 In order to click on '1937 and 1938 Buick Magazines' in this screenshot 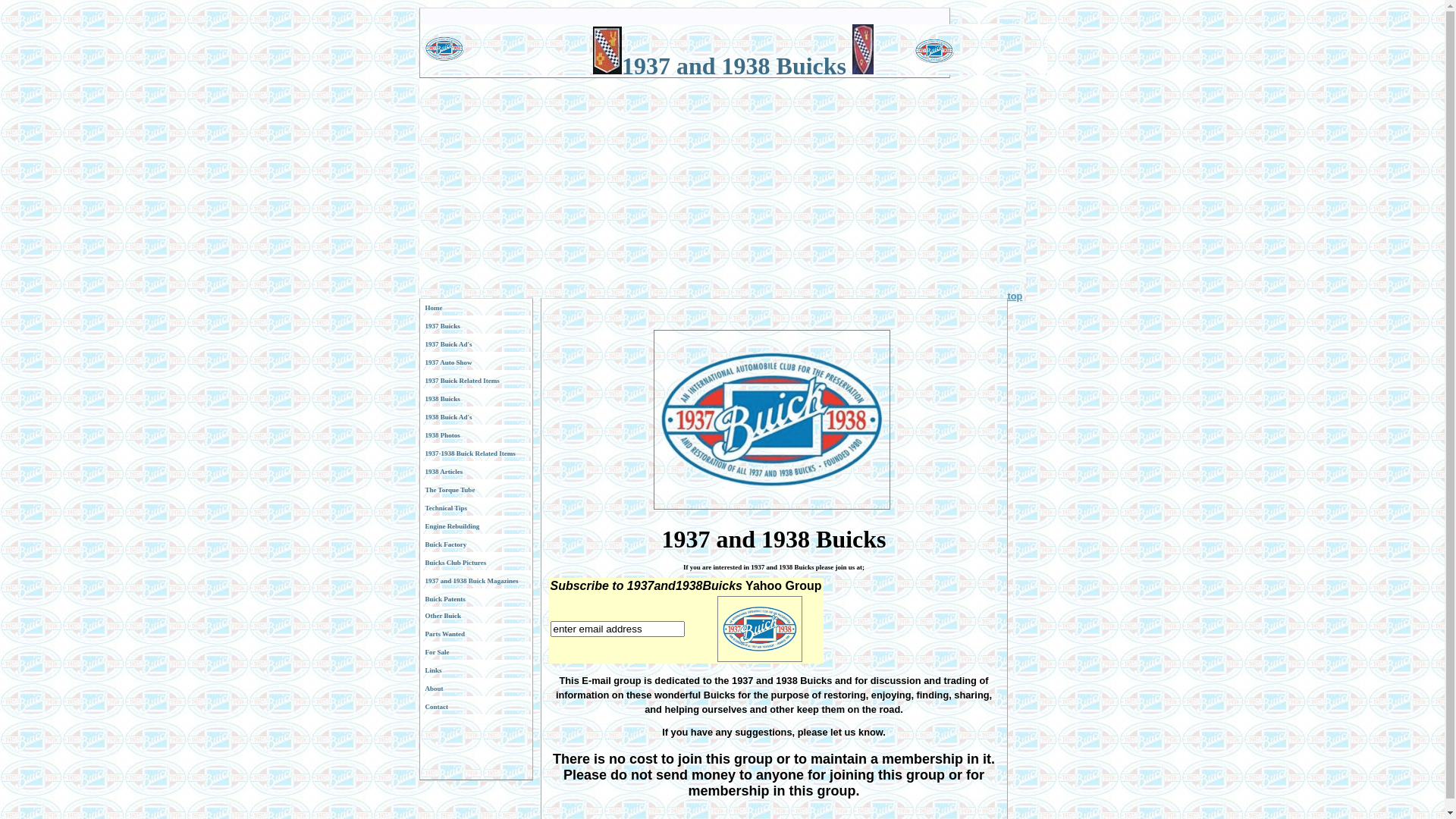, I will do `click(419, 580)`.